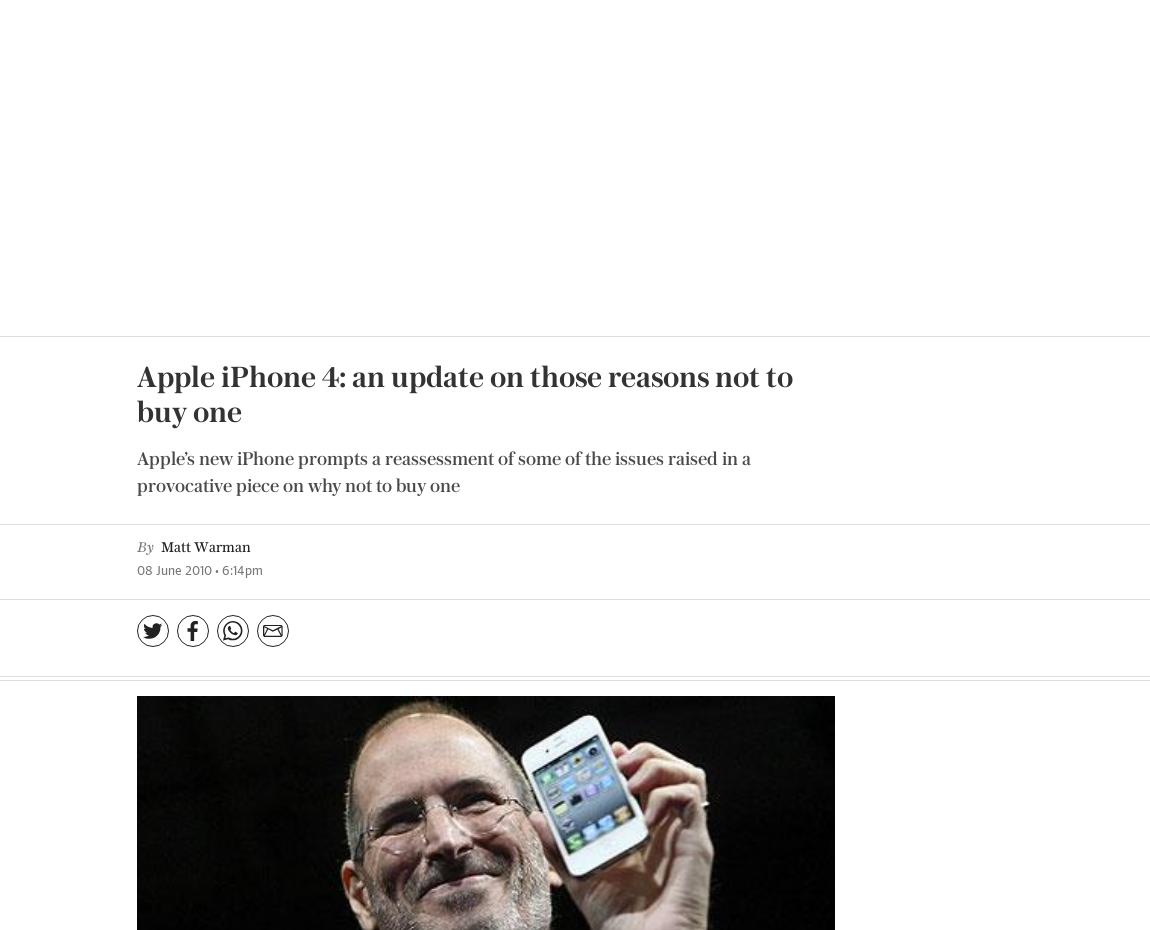 Image resolution: width=1150 pixels, height=930 pixels. What do you see at coordinates (300, 675) in the screenshot?
I see `'Try The Telegraph free for 1 month'` at bounding box center [300, 675].